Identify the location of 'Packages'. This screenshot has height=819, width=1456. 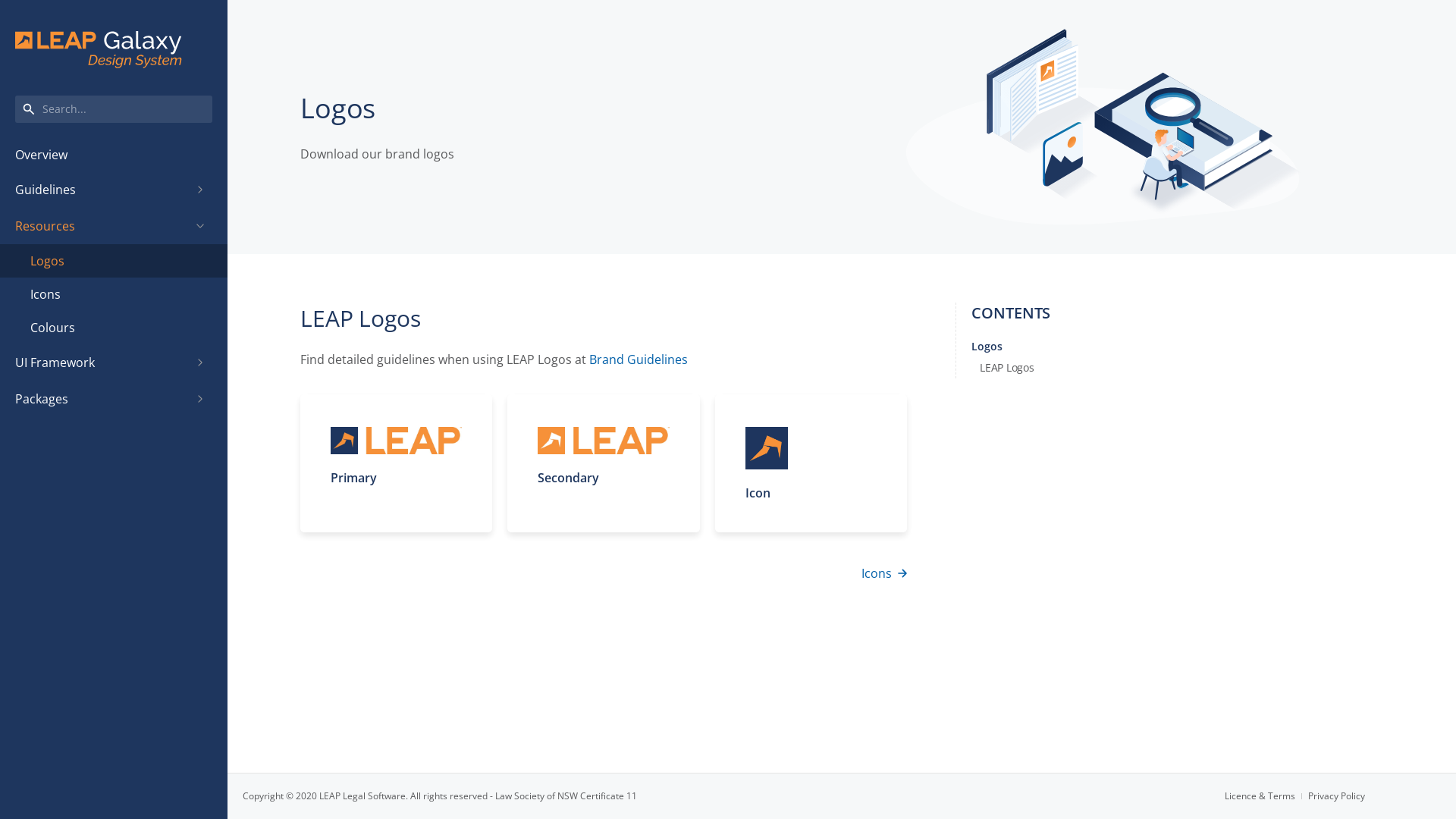
(101, 397).